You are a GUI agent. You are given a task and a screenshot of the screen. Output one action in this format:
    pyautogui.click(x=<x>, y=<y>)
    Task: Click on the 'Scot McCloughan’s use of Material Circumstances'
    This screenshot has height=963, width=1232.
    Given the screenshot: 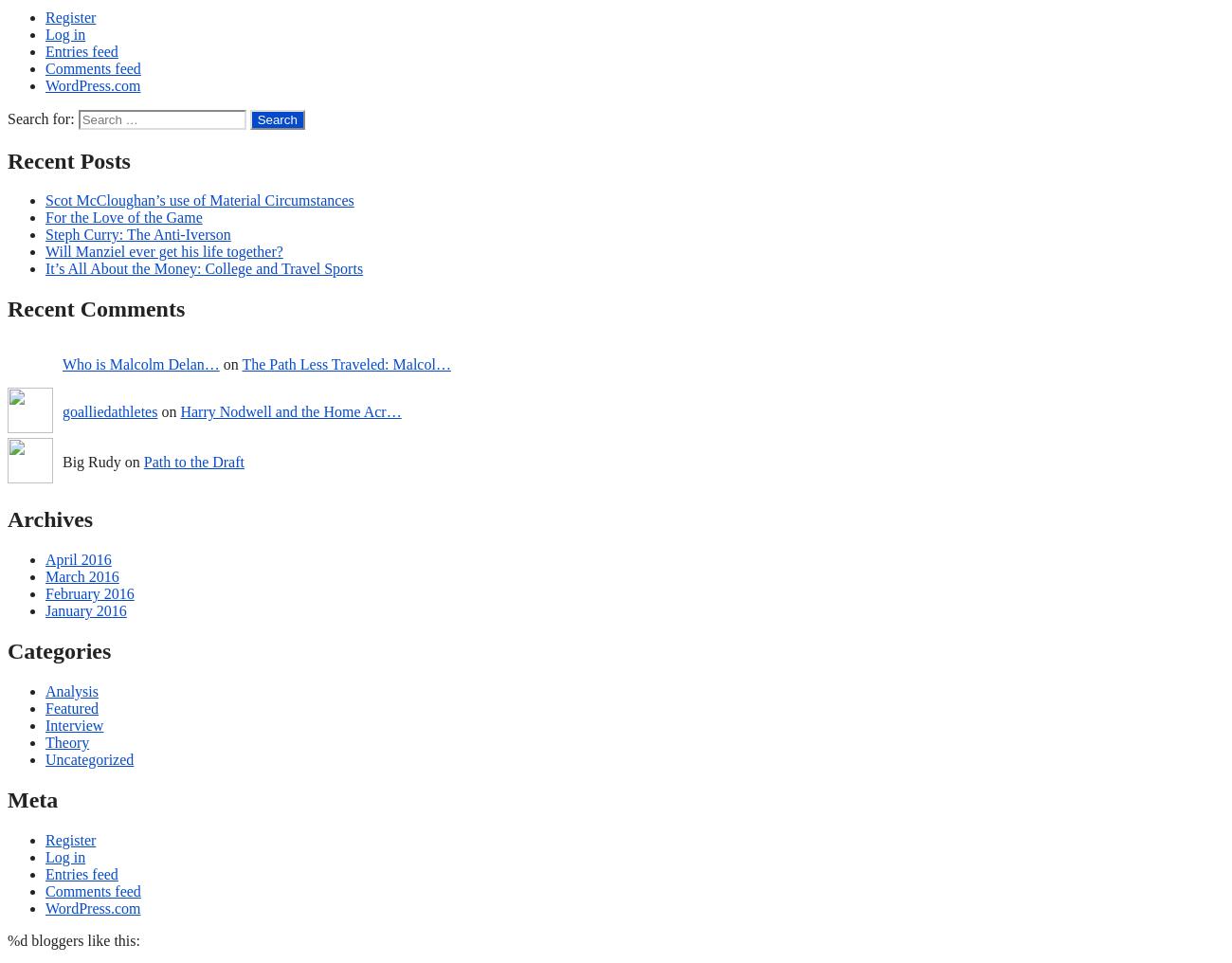 What is the action you would take?
    pyautogui.click(x=199, y=200)
    